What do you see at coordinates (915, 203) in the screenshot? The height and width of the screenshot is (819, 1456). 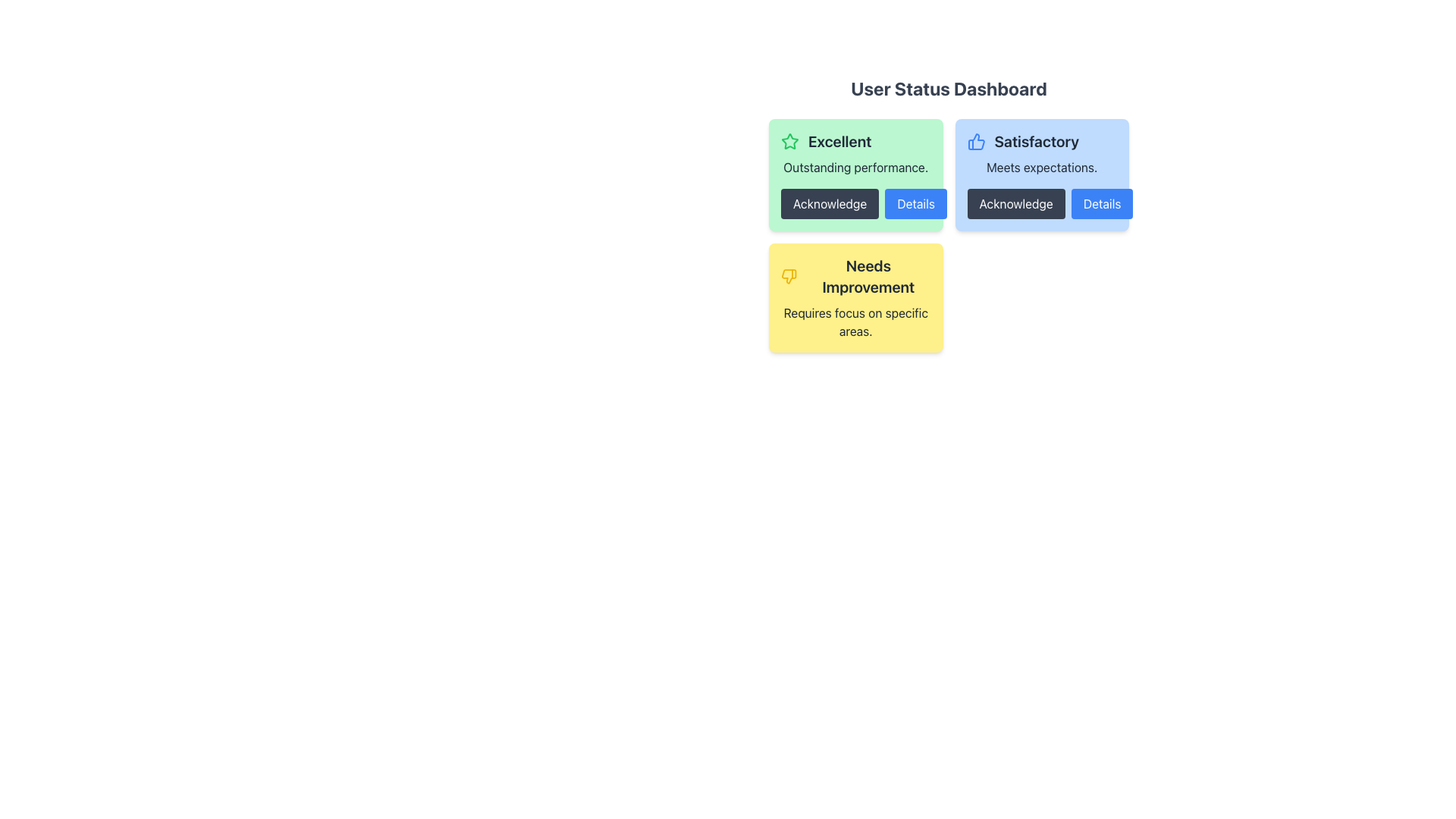 I see `the blue 'Details' button with white text, located to the right of the 'Acknowledge' button under the 'Excellent' section` at bounding box center [915, 203].